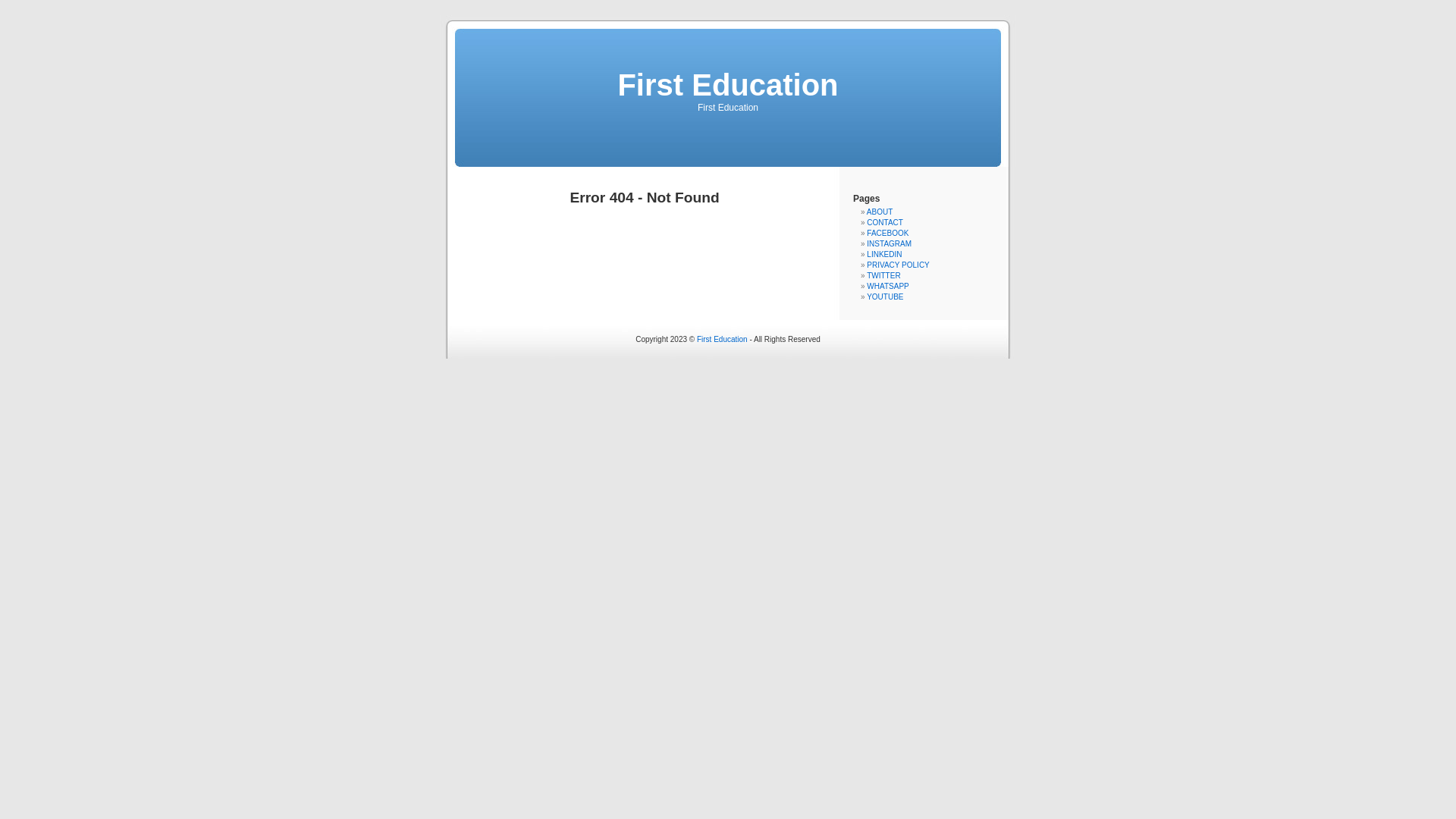 Image resolution: width=1456 pixels, height=819 pixels. What do you see at coordinates (887, 286) in the screenshot?
I see `'WHATSAPP'` at bounding box center [887, 286].